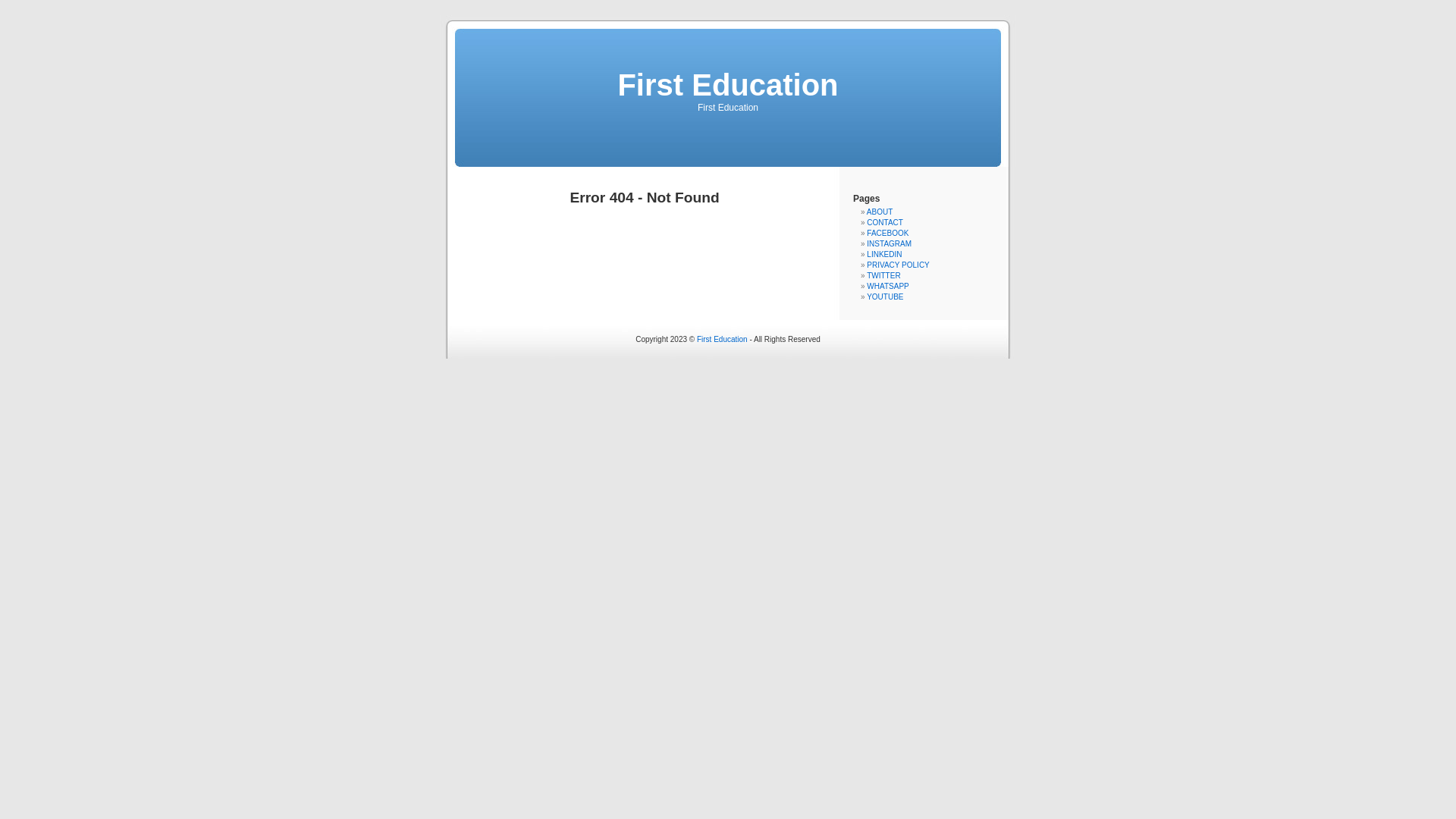 Image resolution: width=1456 pixels, height=819 pixels. What do you see at coordinates (887, 286) in the screenshot?
I see `'WHATSAPP'` at bounding box center [887, 286].